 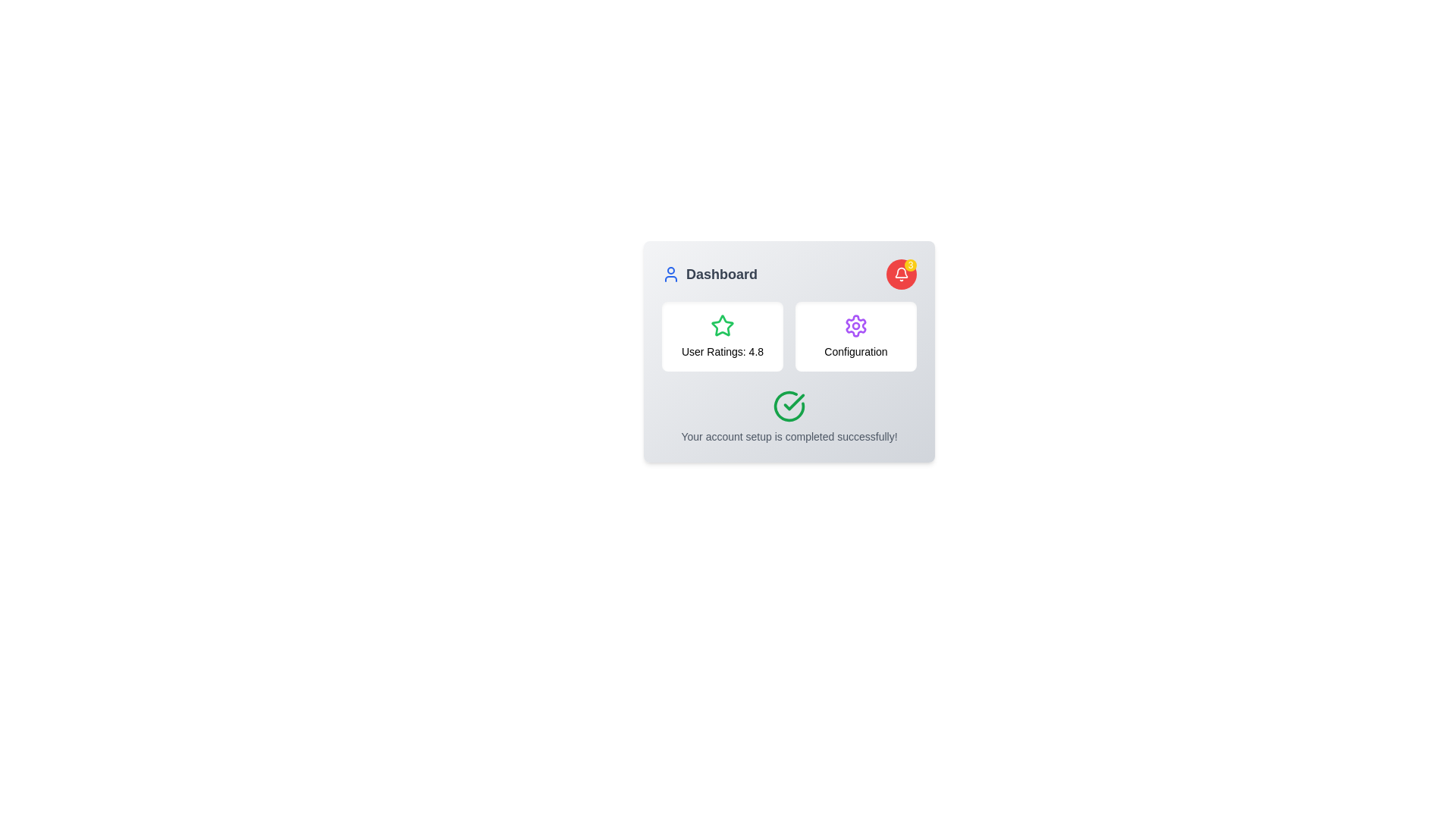 I want to click on the visual state of the green outlined star icon located in the top-left corner of the card containing 'User Ratings: 4.8', so click(x=722, y=325).